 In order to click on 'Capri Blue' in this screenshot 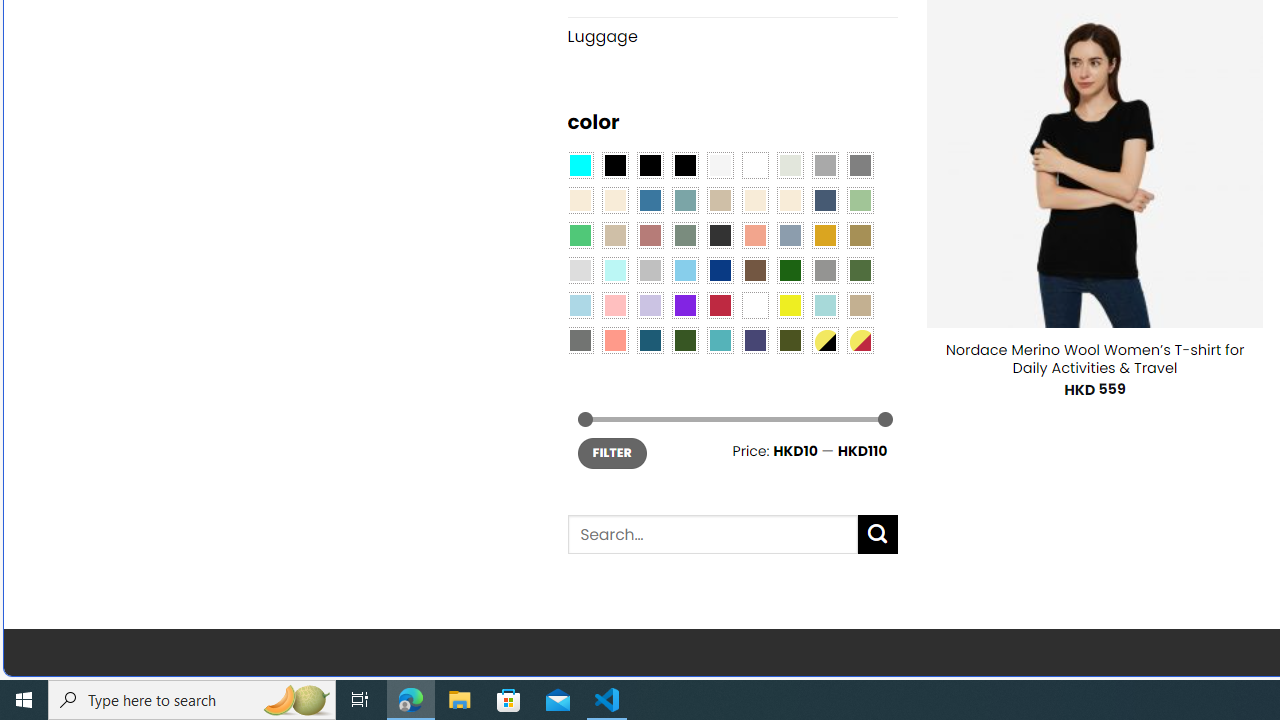, I will do `click(650, 338)`.